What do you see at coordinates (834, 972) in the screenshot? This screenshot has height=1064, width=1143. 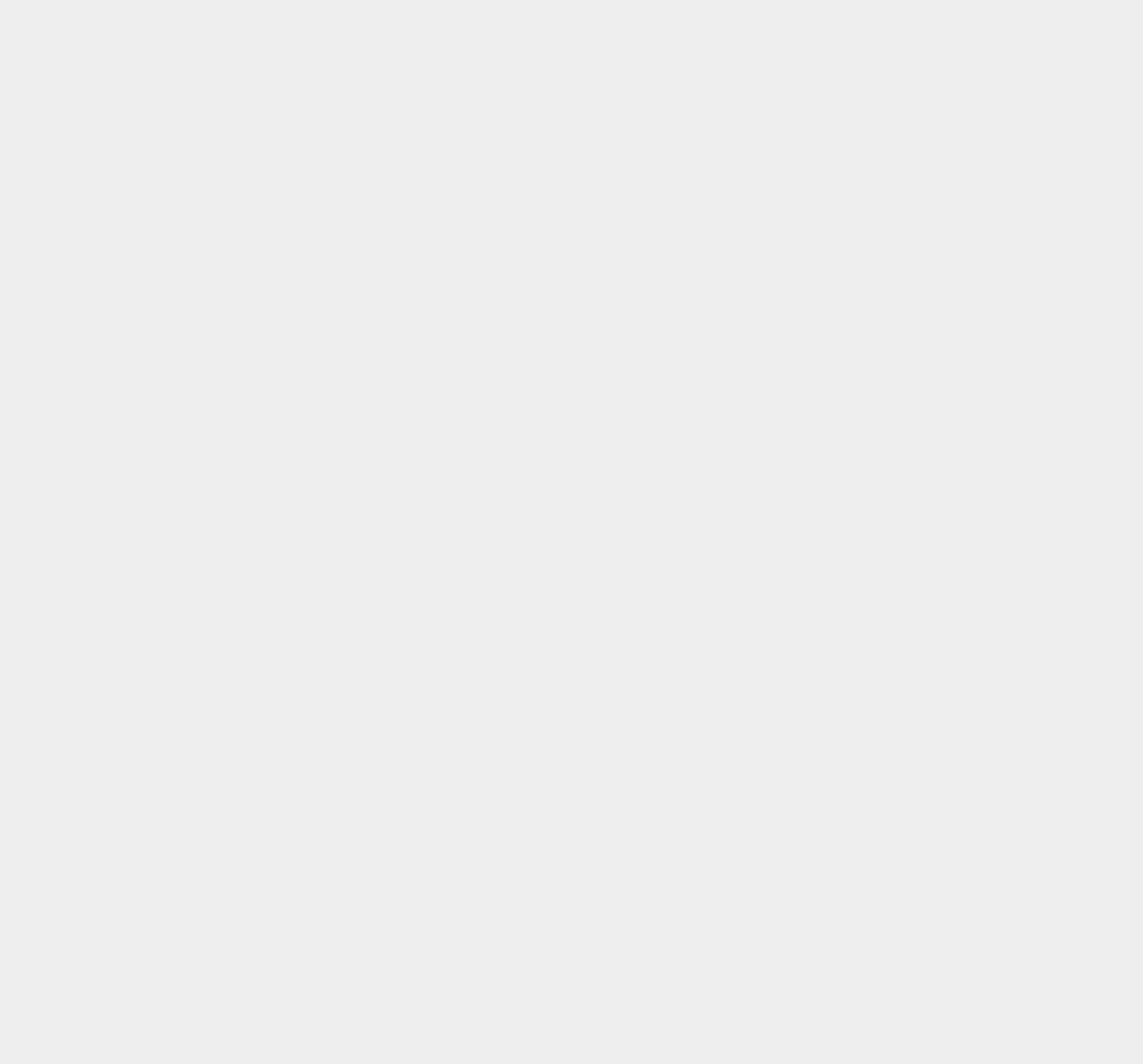 I see `'Currency'` at bounding box center [834, 972].